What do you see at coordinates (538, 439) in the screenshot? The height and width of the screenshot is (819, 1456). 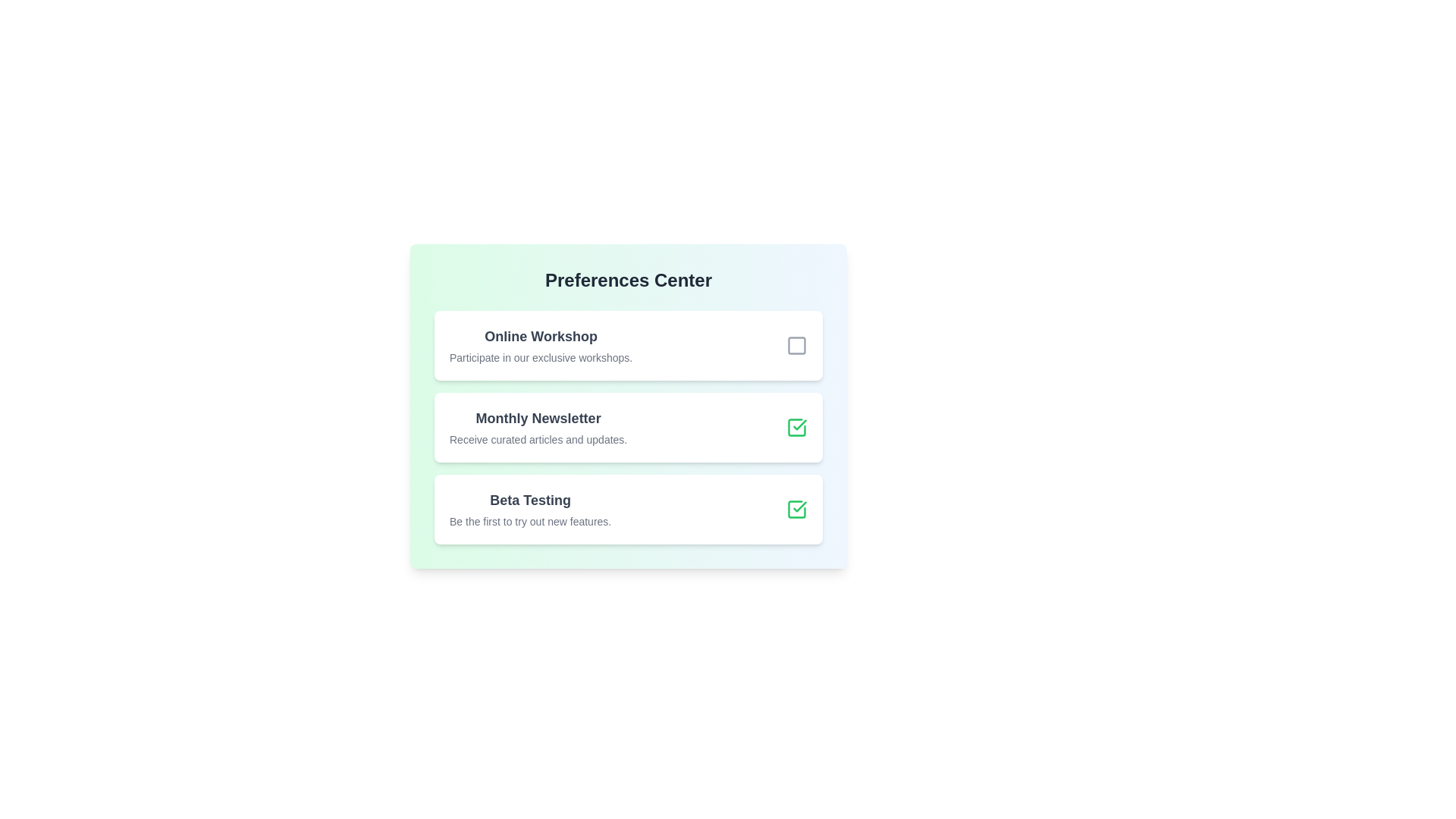 I see `the static text stating 'Receive curated articles and updates.' located below the heading 'Monthly Newsletter' in the Preferences Center` at bounding box center [538, 439].